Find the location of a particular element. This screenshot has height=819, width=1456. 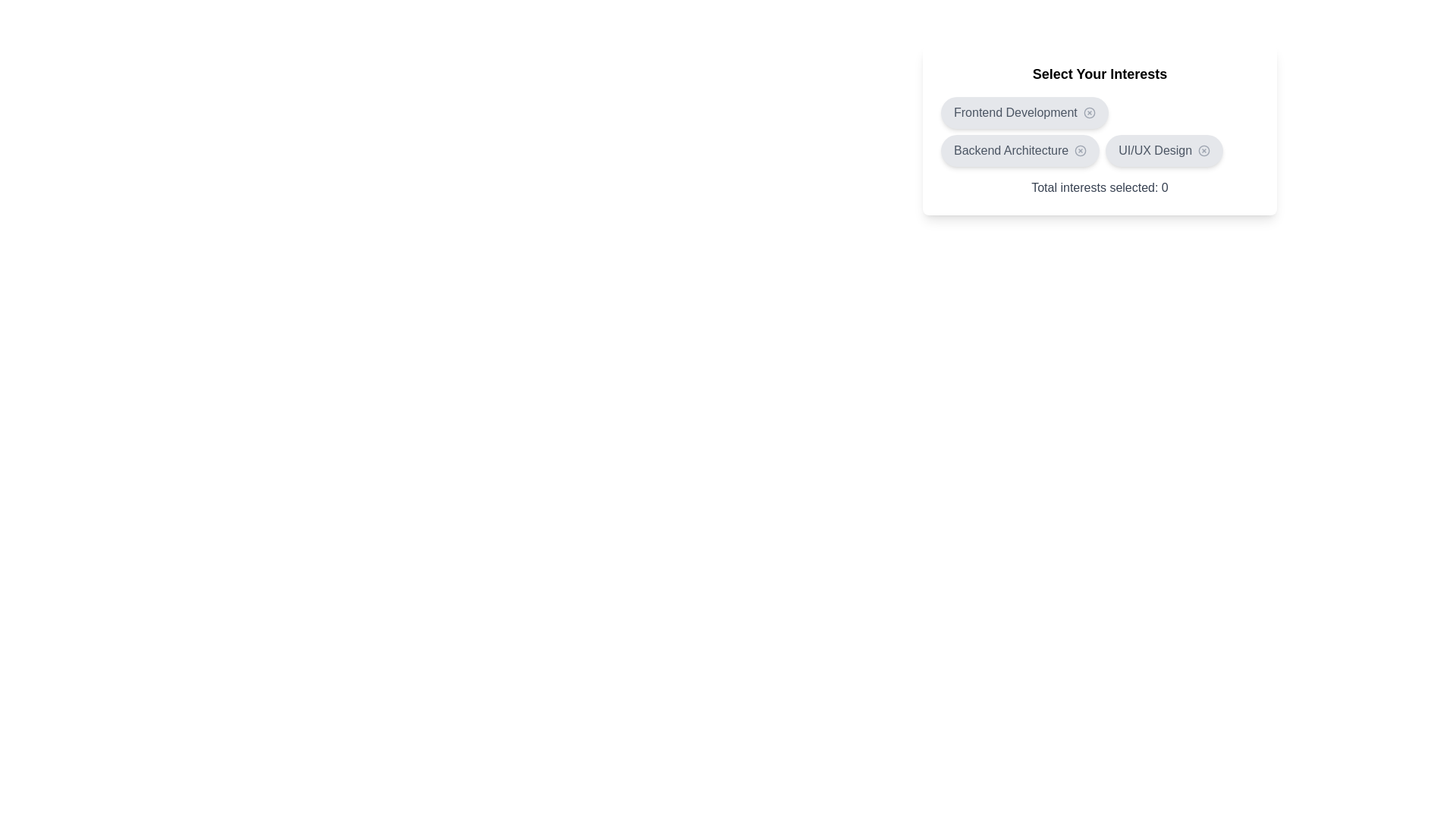

the circular gray button or icon located on the right side of the 'Select Your Interests' section under the 'UI/UX Design' tag is located at coordinates (1203, 151).